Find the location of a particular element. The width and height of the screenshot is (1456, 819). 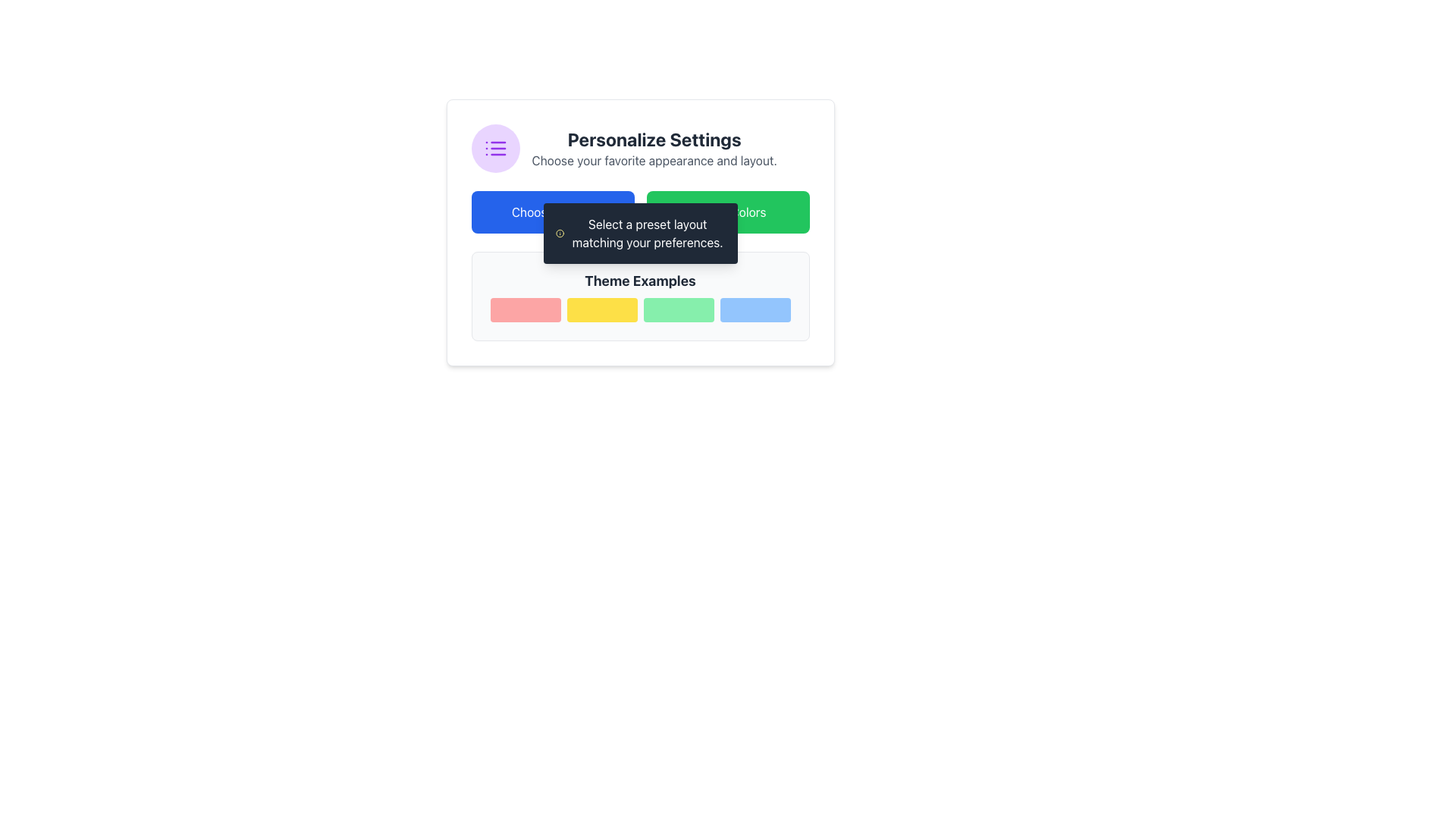

the first colored block in the 'Theme Examples' section, which is the leftmost block in a row of four blocks (colored red), adjacent to yellow, green, and blue blocks is located at coordinates (525, 309).